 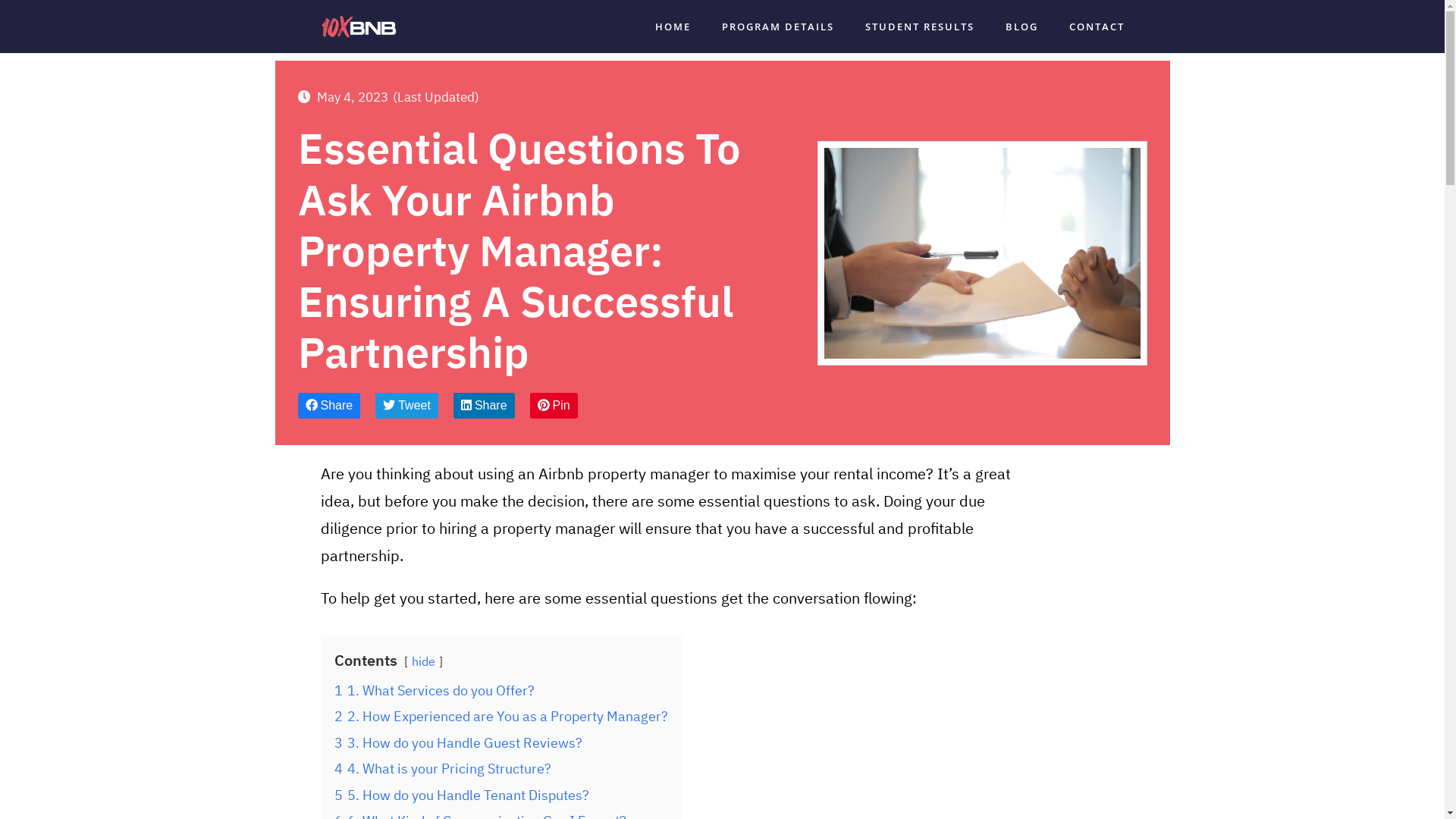 What do you see at coordinates (406, 405) in the screenshot?
I see `'Tweet'` at bounding box center [406, 405].